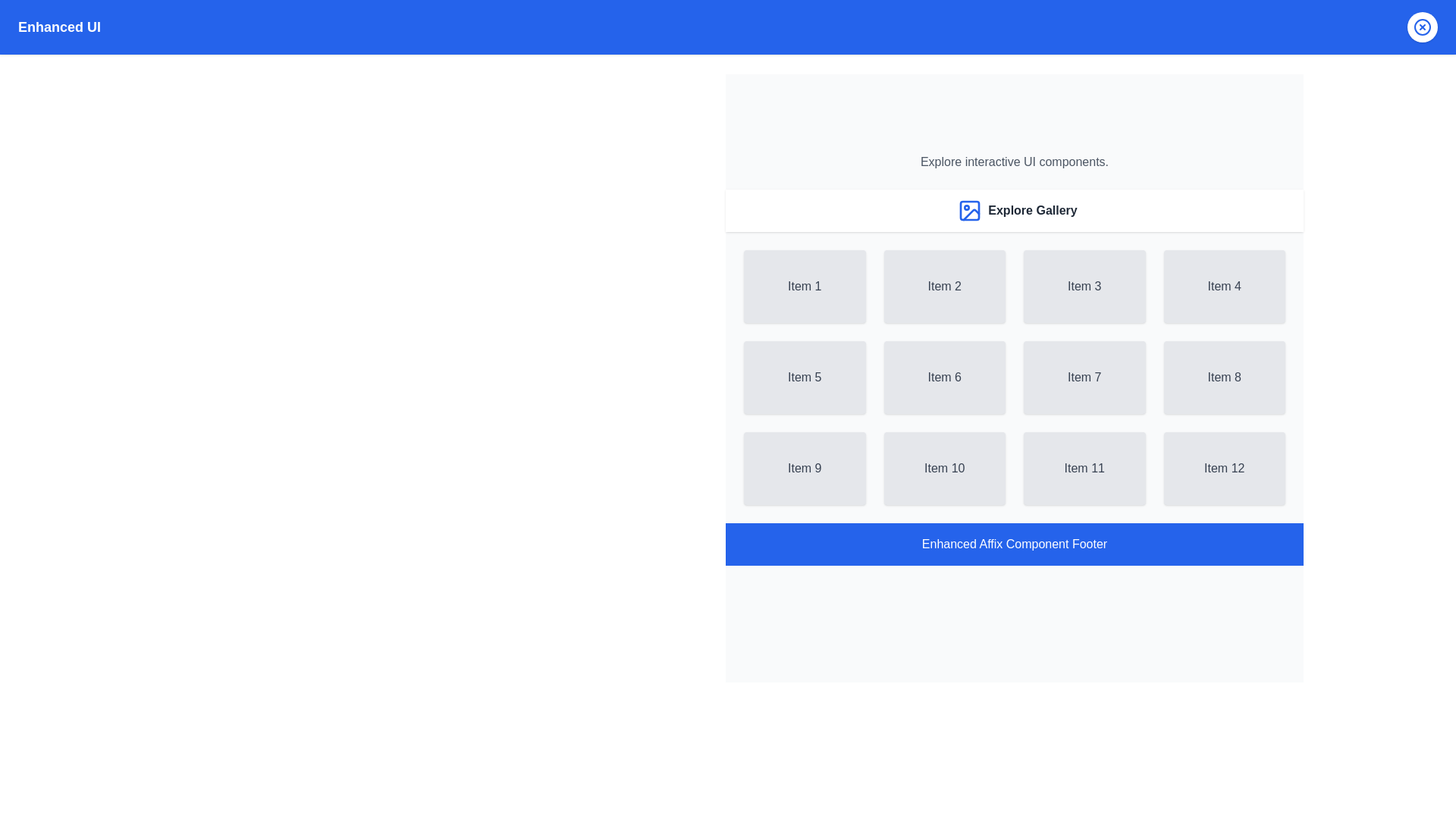  Describe the element at coordinates (1015, 210) in the screenshot. I see `the button located at the top section of the interface, directly below the title` at that location.